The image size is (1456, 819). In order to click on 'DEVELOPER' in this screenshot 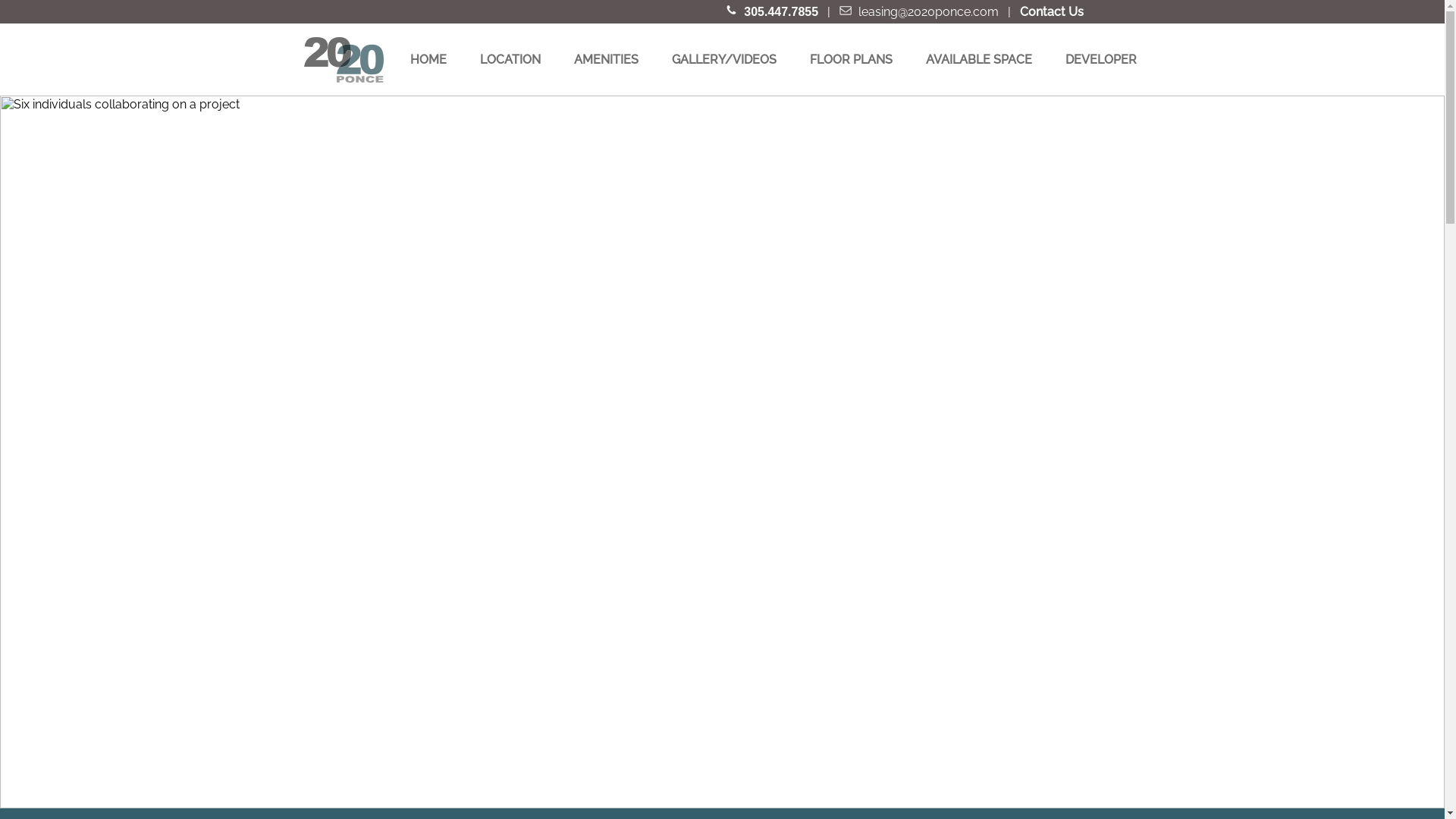, I will do `click(1101, 58)`.